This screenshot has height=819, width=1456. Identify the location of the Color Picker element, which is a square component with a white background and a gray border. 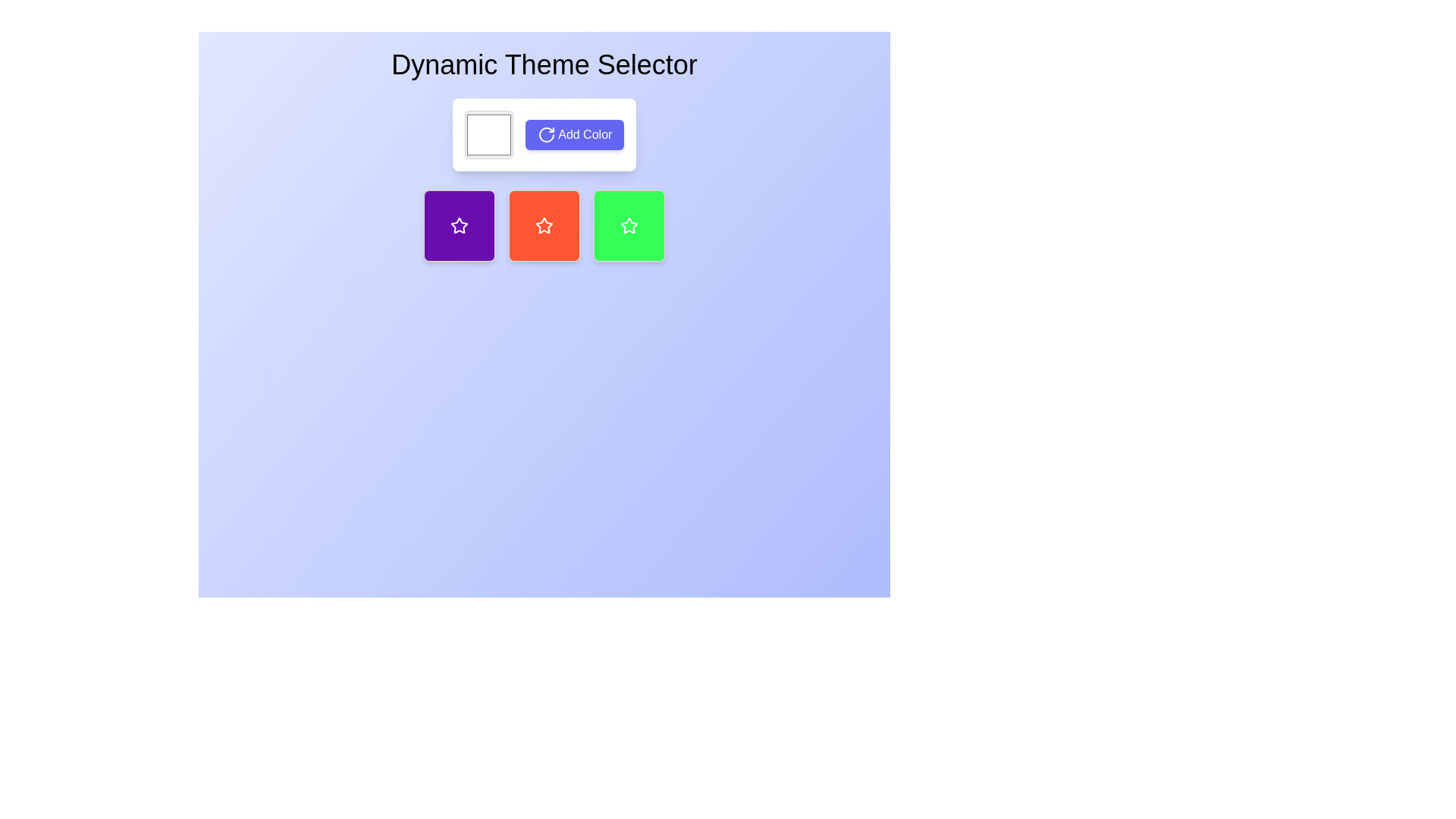
(488, 133).